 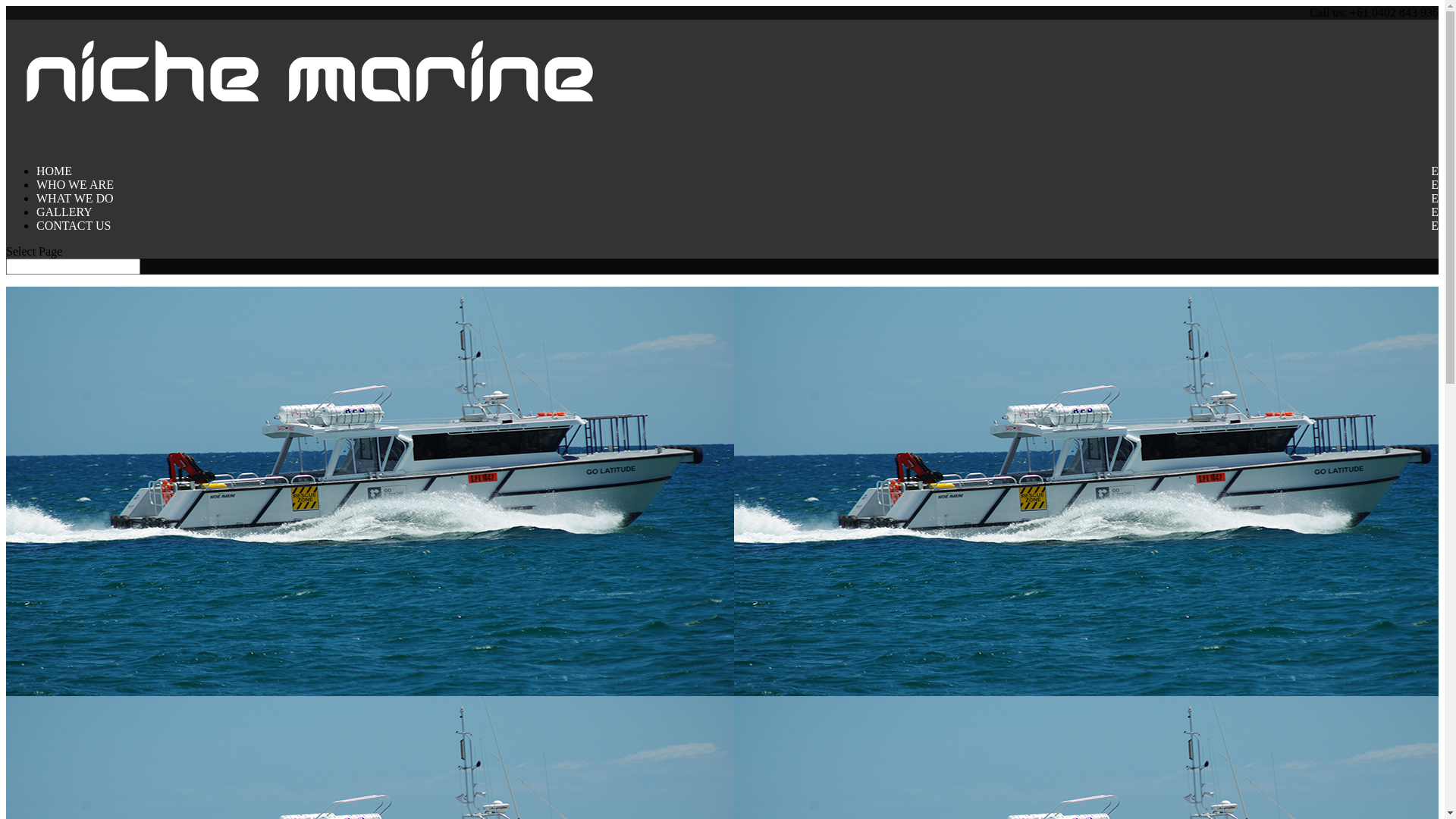 What do you see at coordinates (74, 195) in the screenshot?
I see `'WHO WE ARE'` at bounding box center [74, 195].